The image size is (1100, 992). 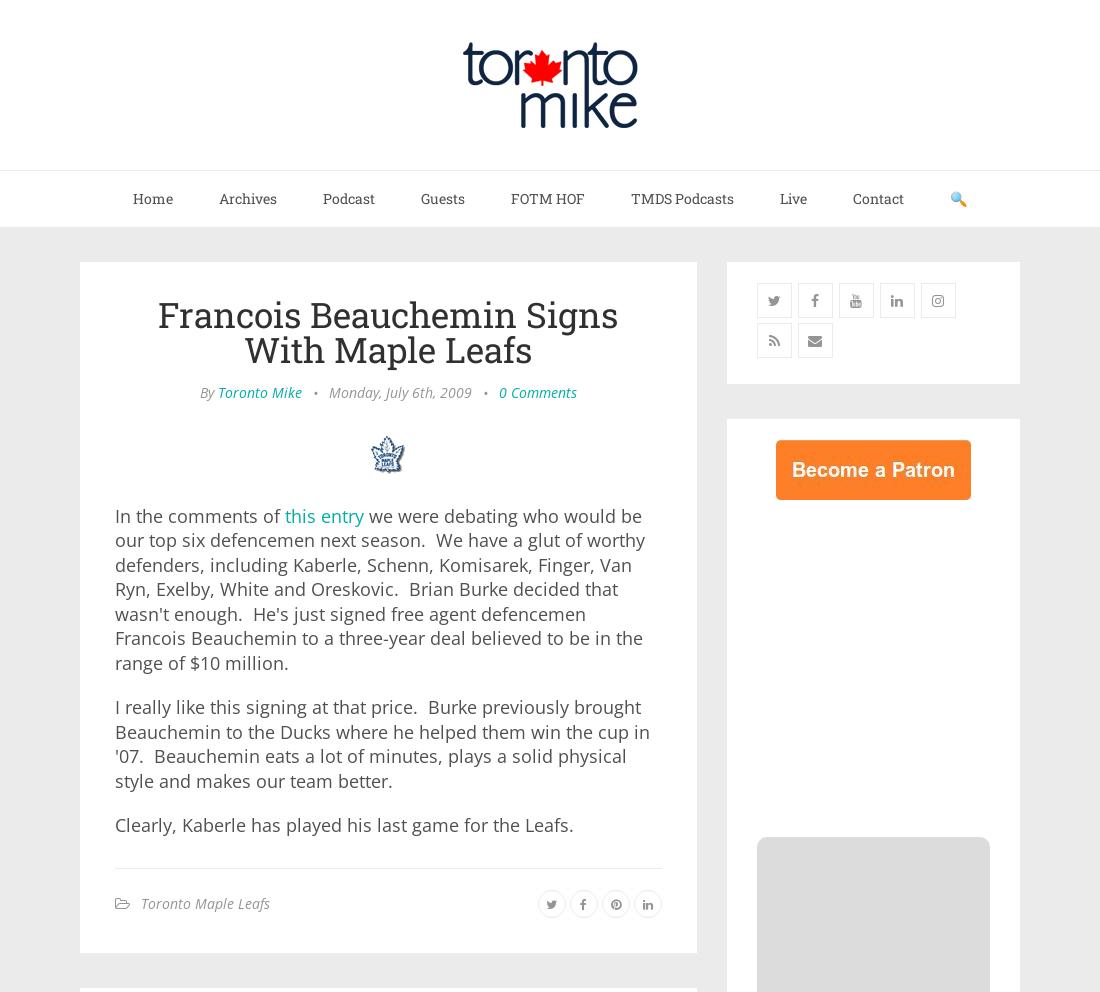 I want to click on 'this entry', so click(x=284, y=514).